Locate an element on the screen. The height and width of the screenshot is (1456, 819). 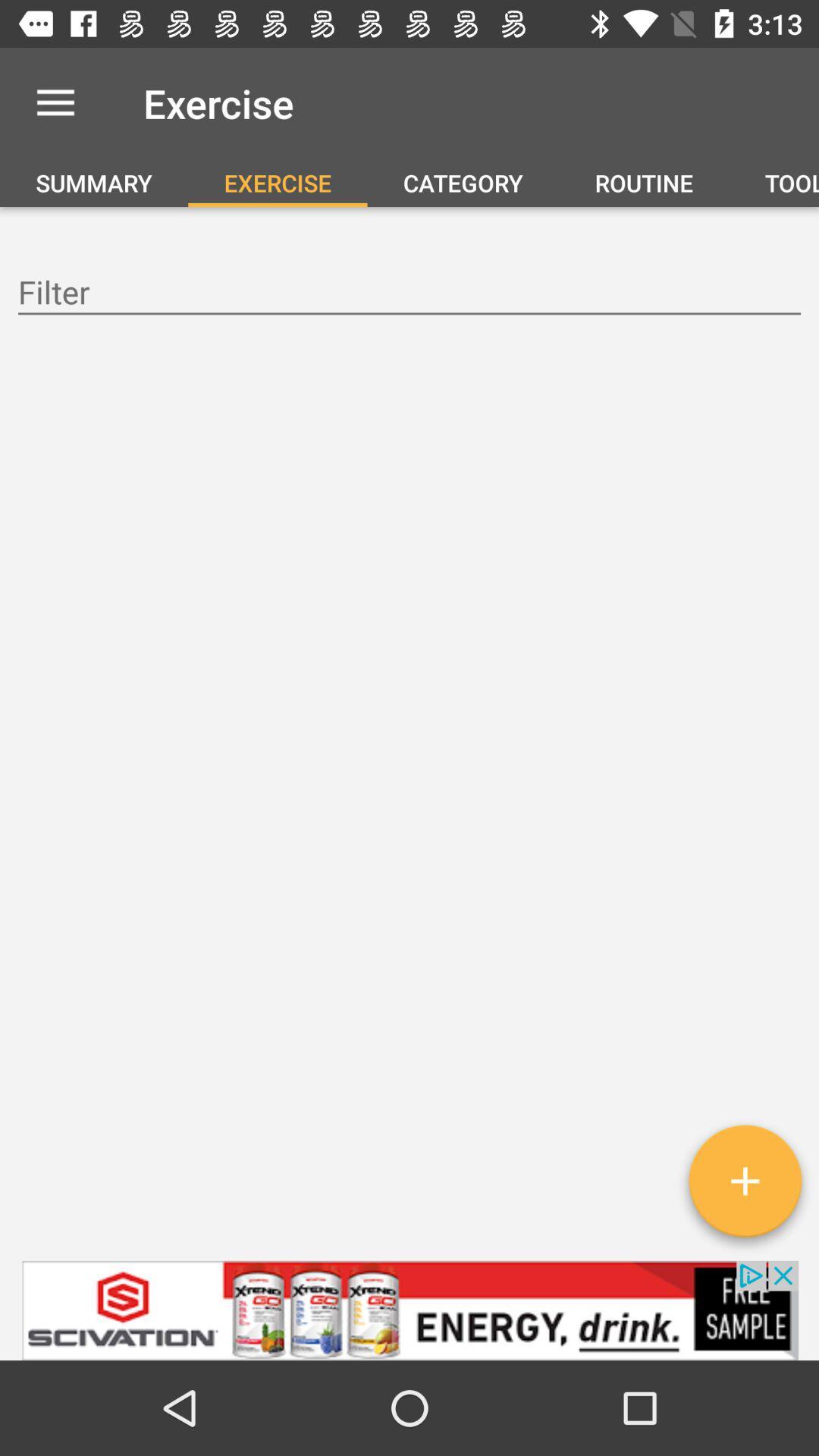
data is located at coordinates (409, 294).